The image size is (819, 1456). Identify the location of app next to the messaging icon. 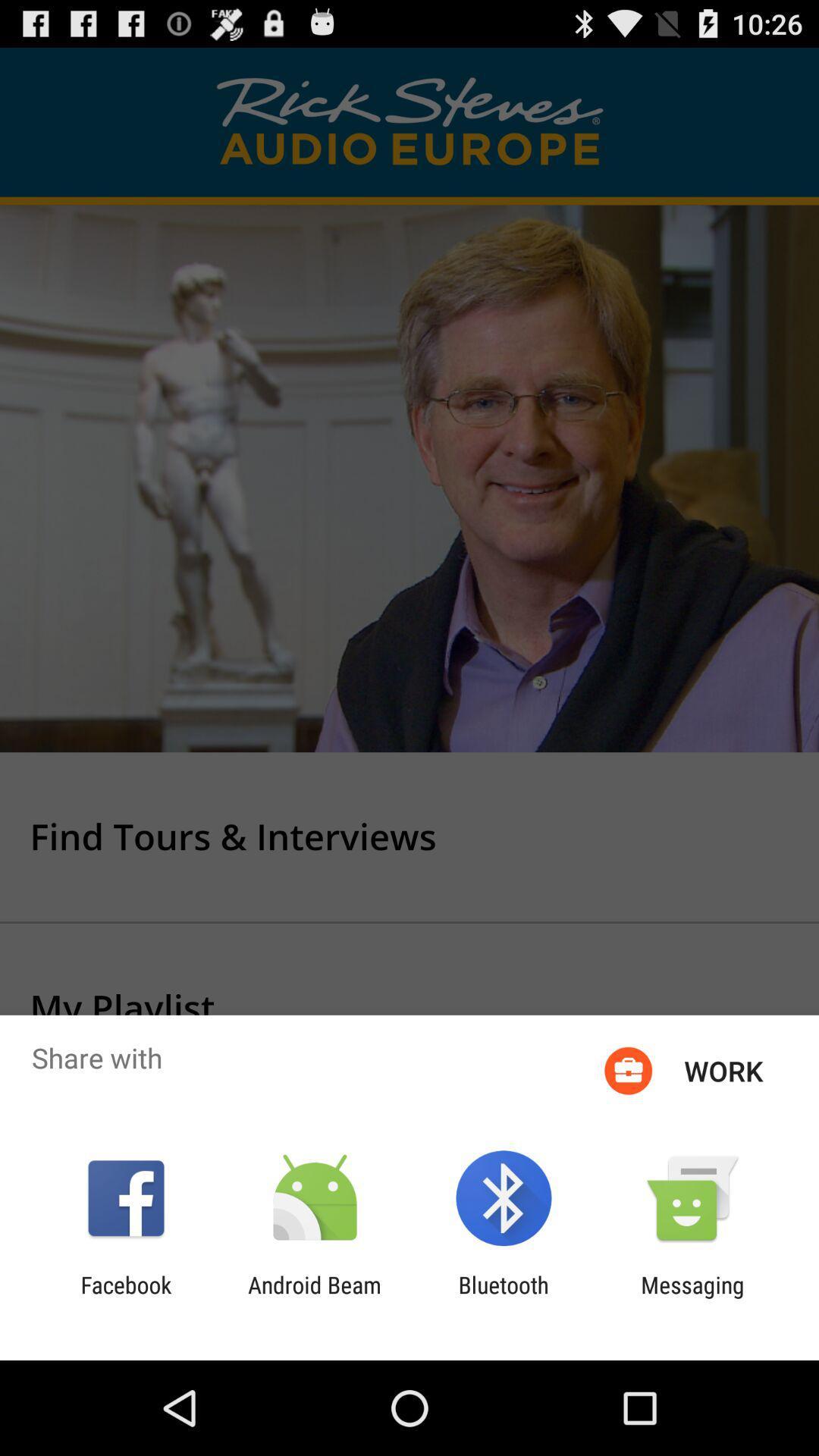
(504, 1298).